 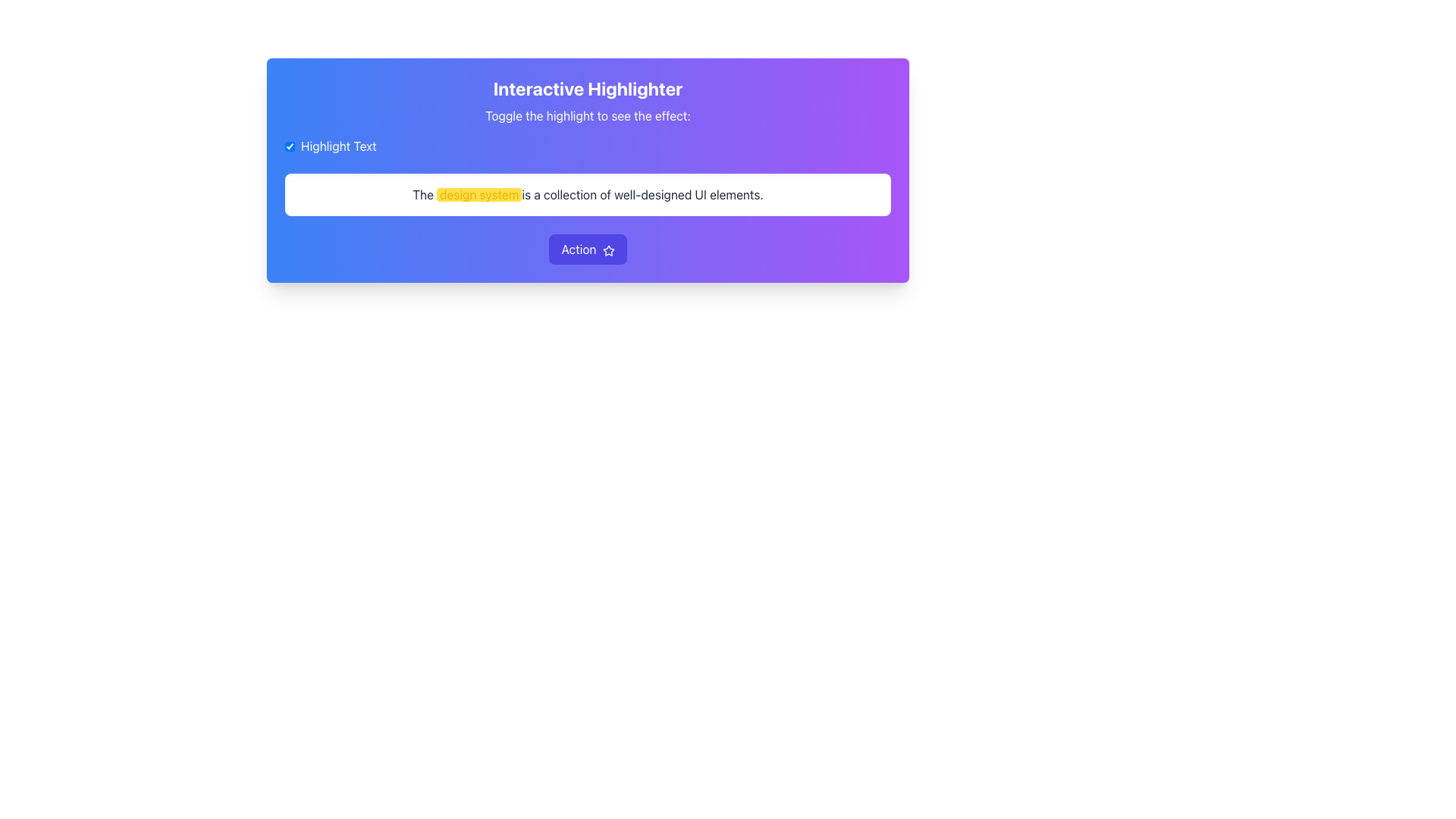 What do you see at coordinates (587, 88) in the screenshot?
I see `the Header text at the top of the section` at bounding box center [587, 88].